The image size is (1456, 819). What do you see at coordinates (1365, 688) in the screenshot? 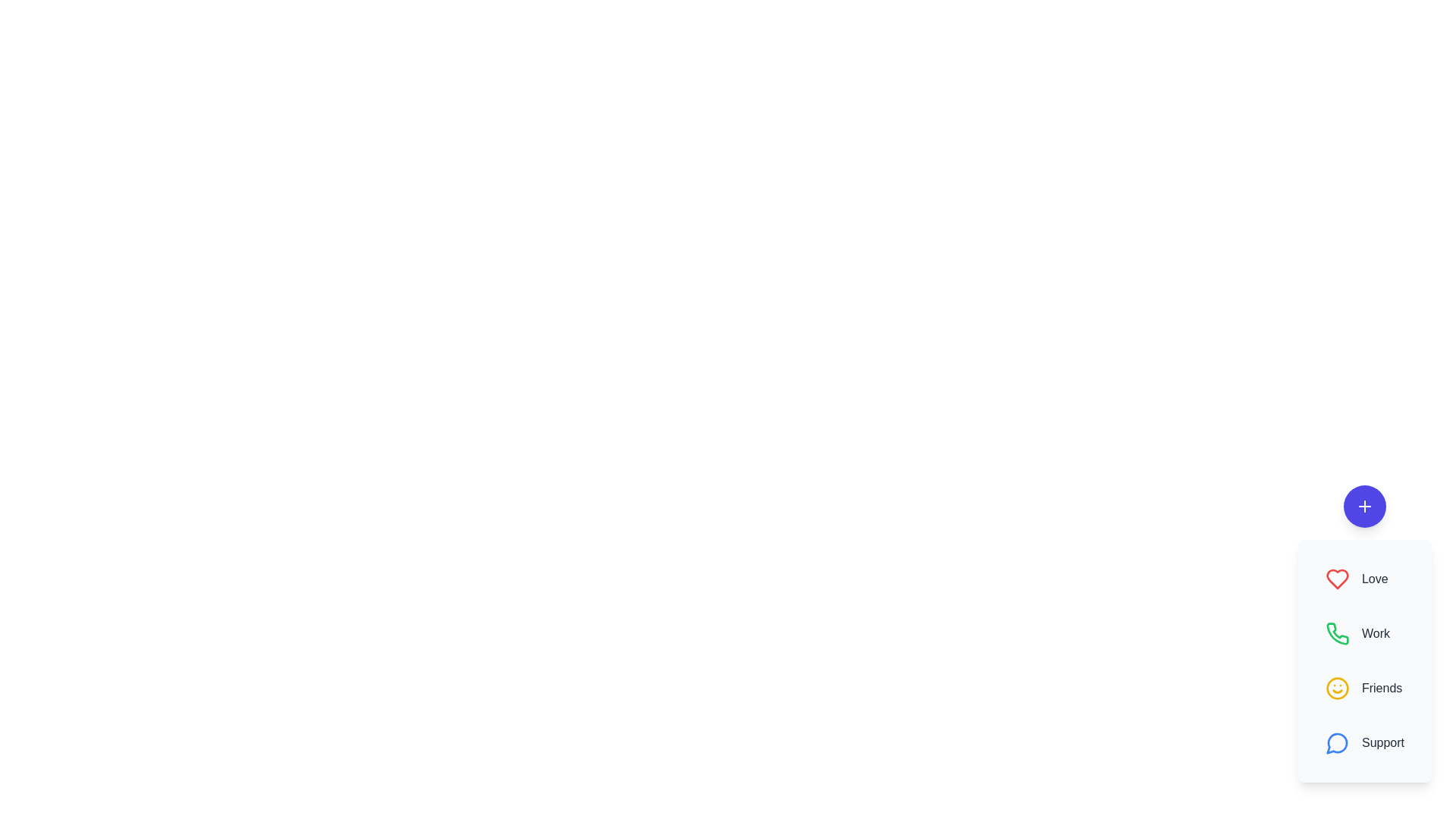
I see `the contact Friends from the speed dial menu` at bounding box center [1365, 688].